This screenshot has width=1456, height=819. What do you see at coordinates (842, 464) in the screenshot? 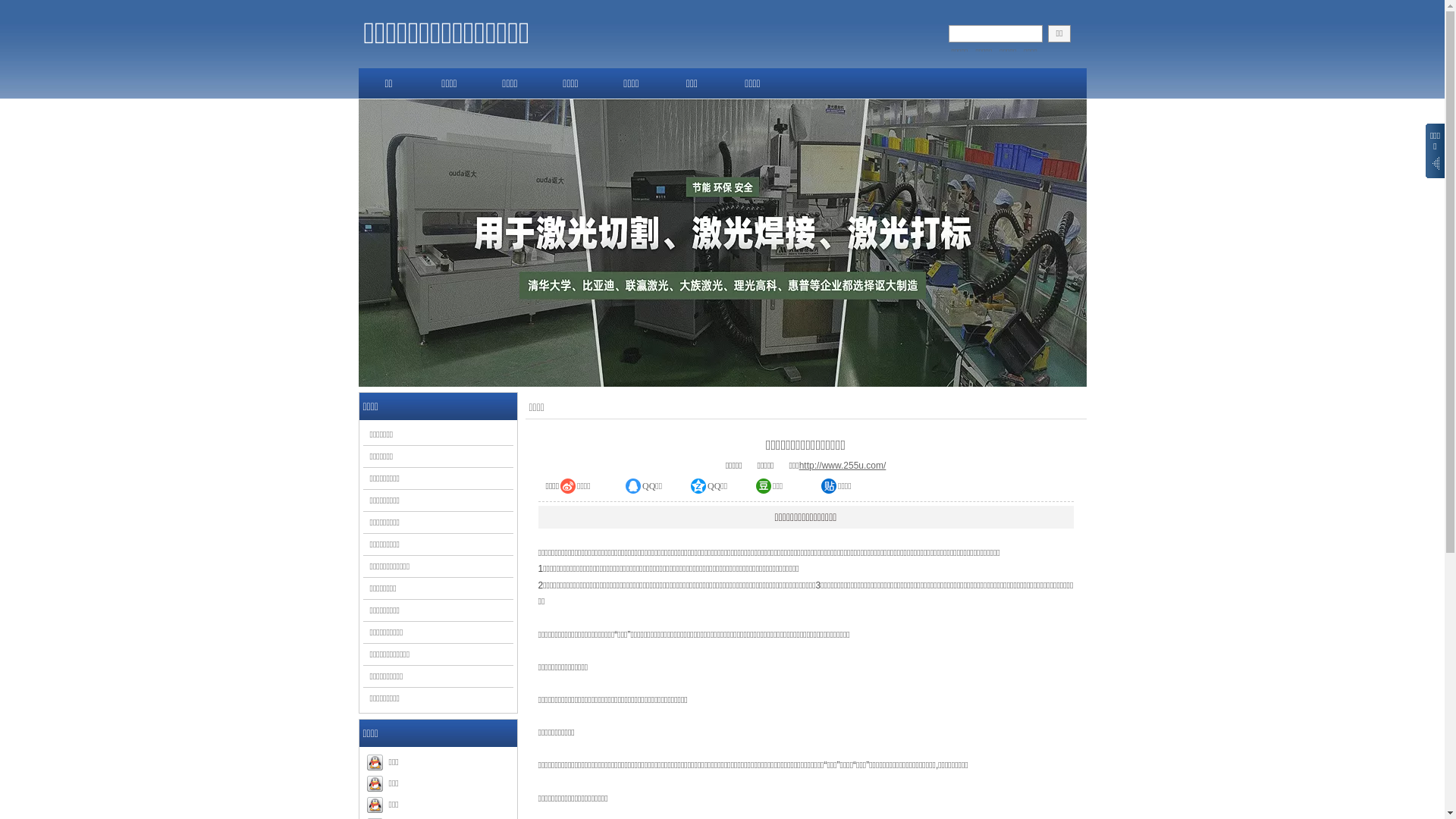
I see `'http://www.255u.com/'` at bounding box center [842, 464].